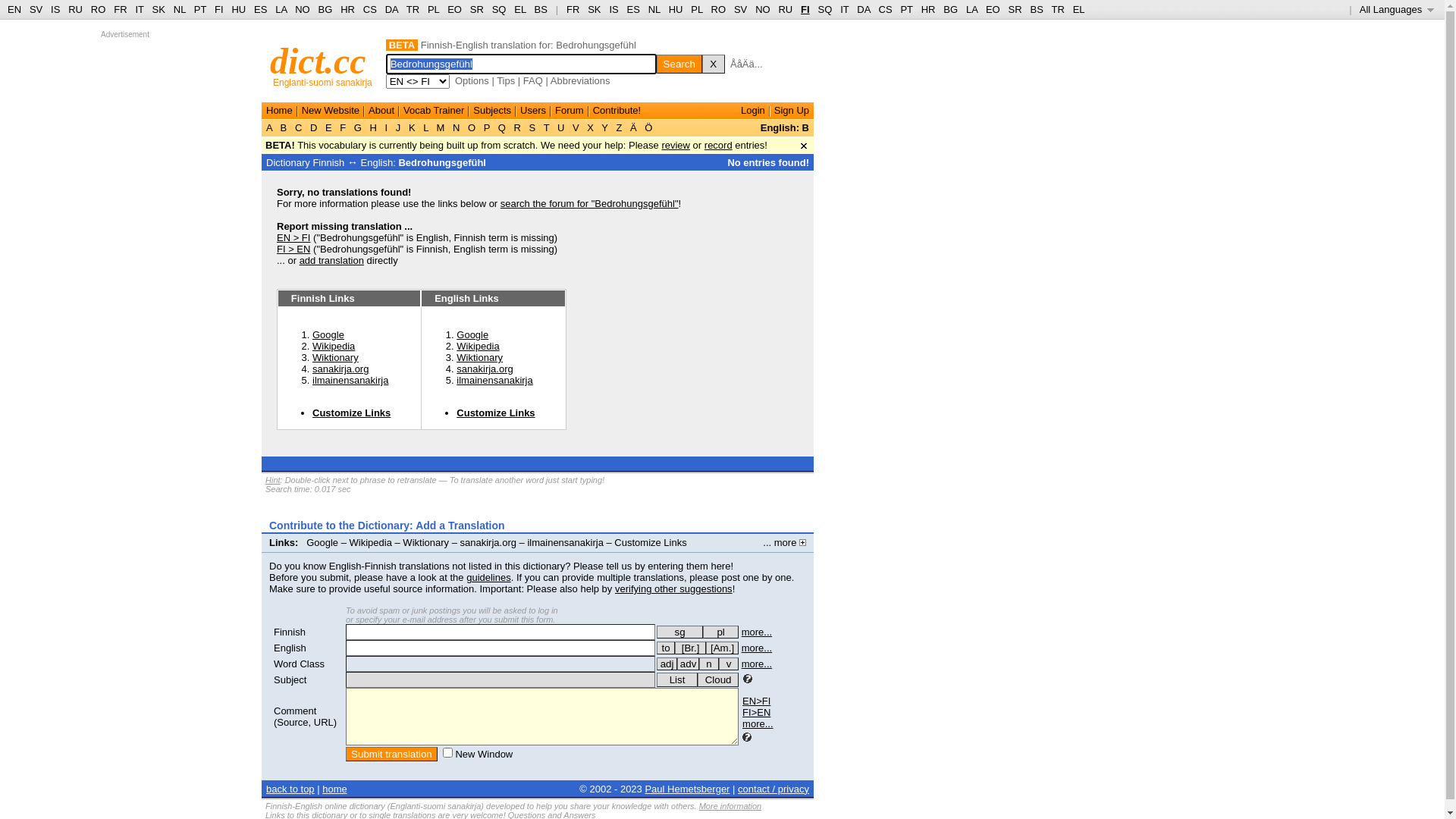 The height and width of the screenshot is (819, 1456). Describe the element at coordinates (513, 9) in the screenshot. I see `'EL'` at that location.